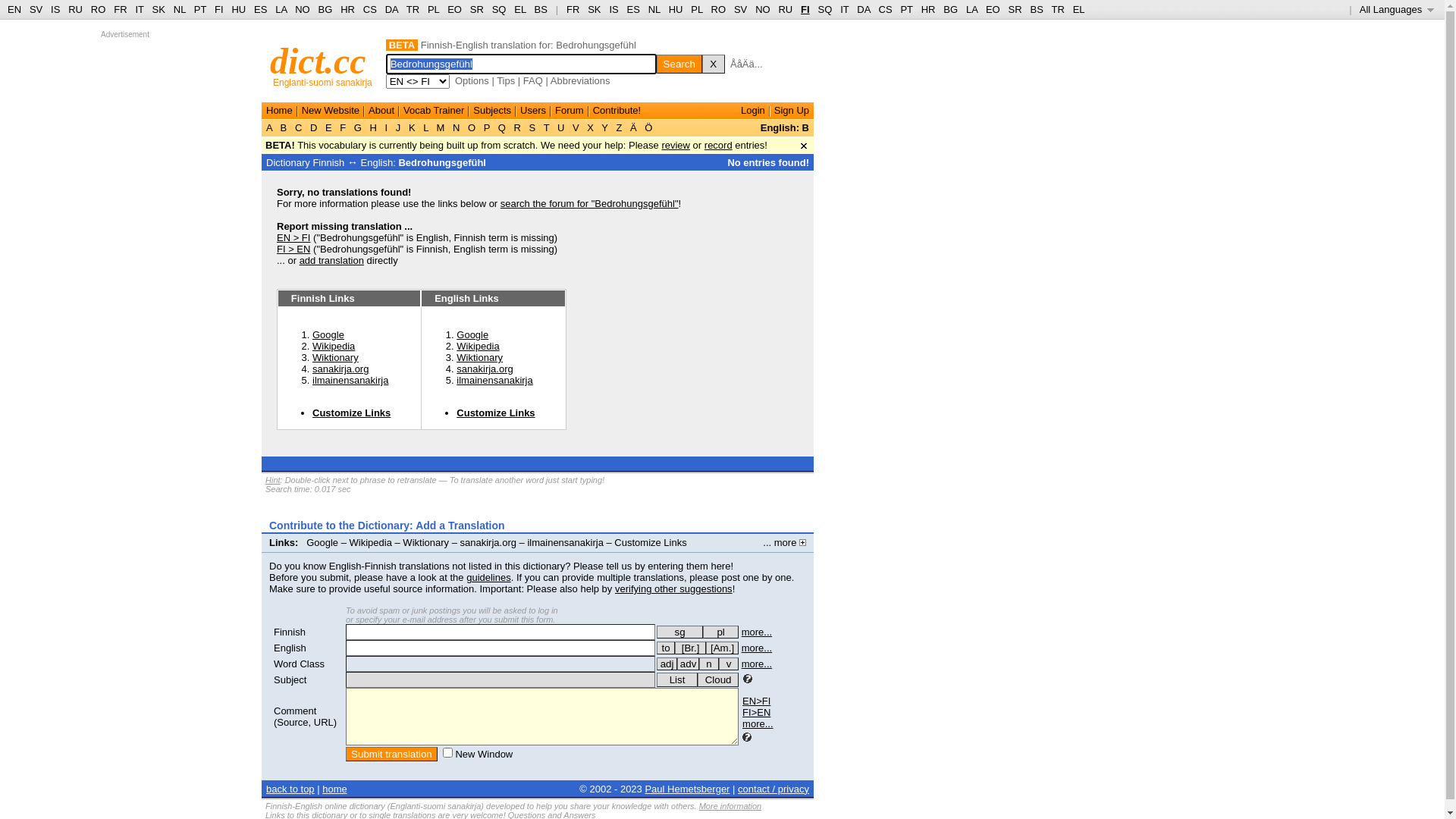 The height and width of the screenshot is (819, 1456). Describe the element at coordinates (513, 9) in the screenshot. I see `'EL'` at that location.